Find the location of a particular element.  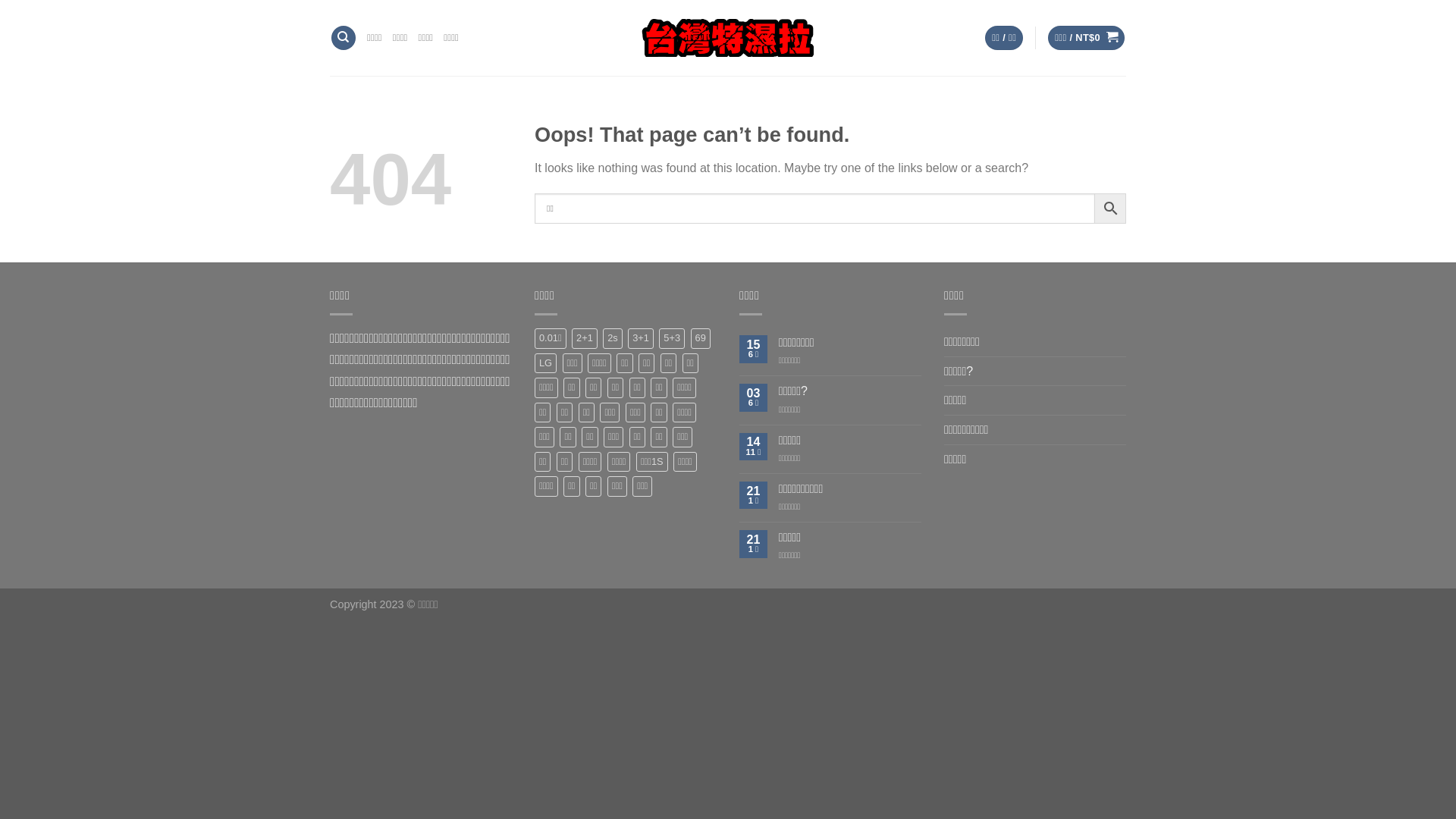

'5+3' is located at coordinates (671, 337).